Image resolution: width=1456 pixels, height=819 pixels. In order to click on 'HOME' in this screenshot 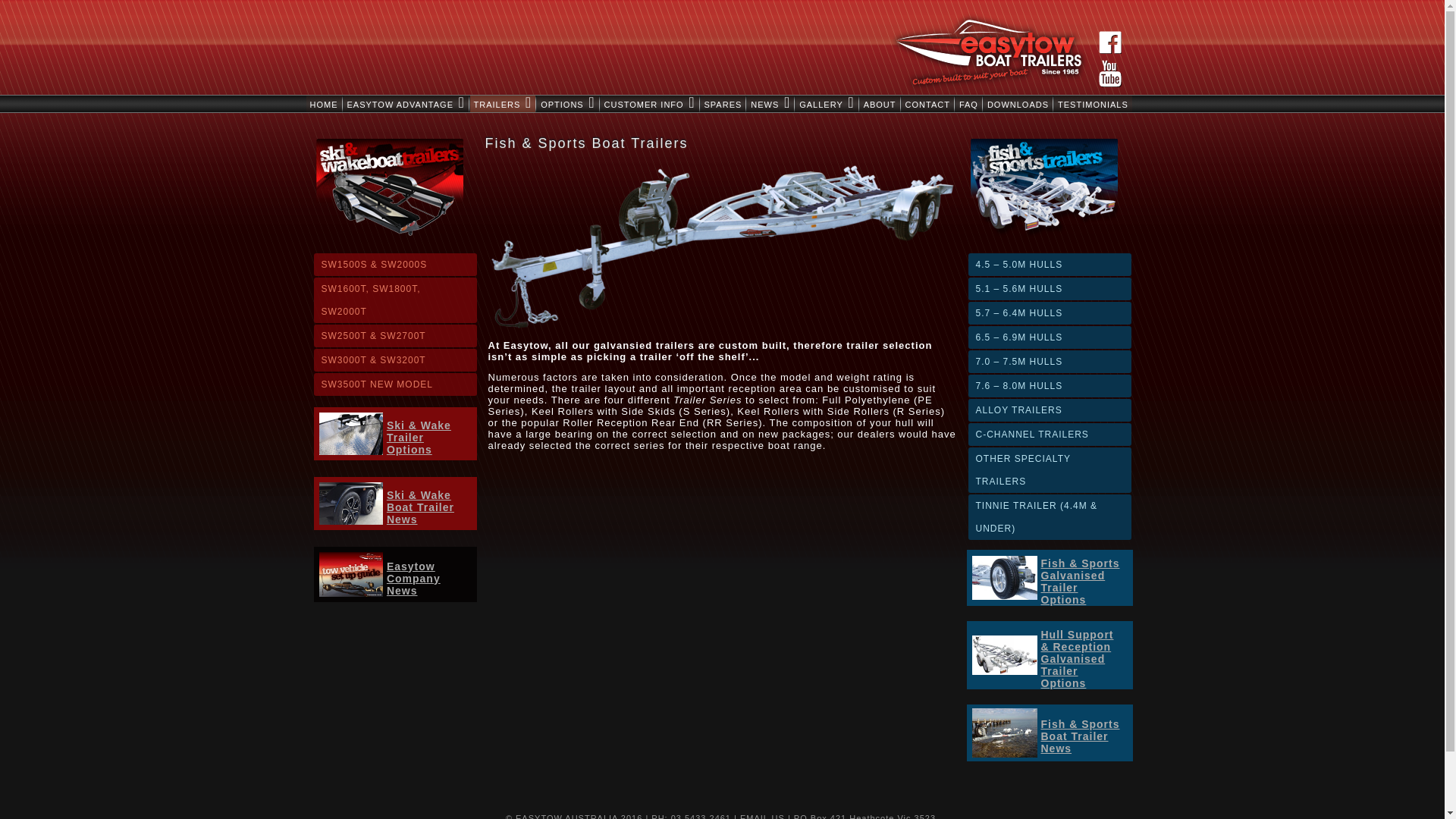, I will do `click(323, 103)`.